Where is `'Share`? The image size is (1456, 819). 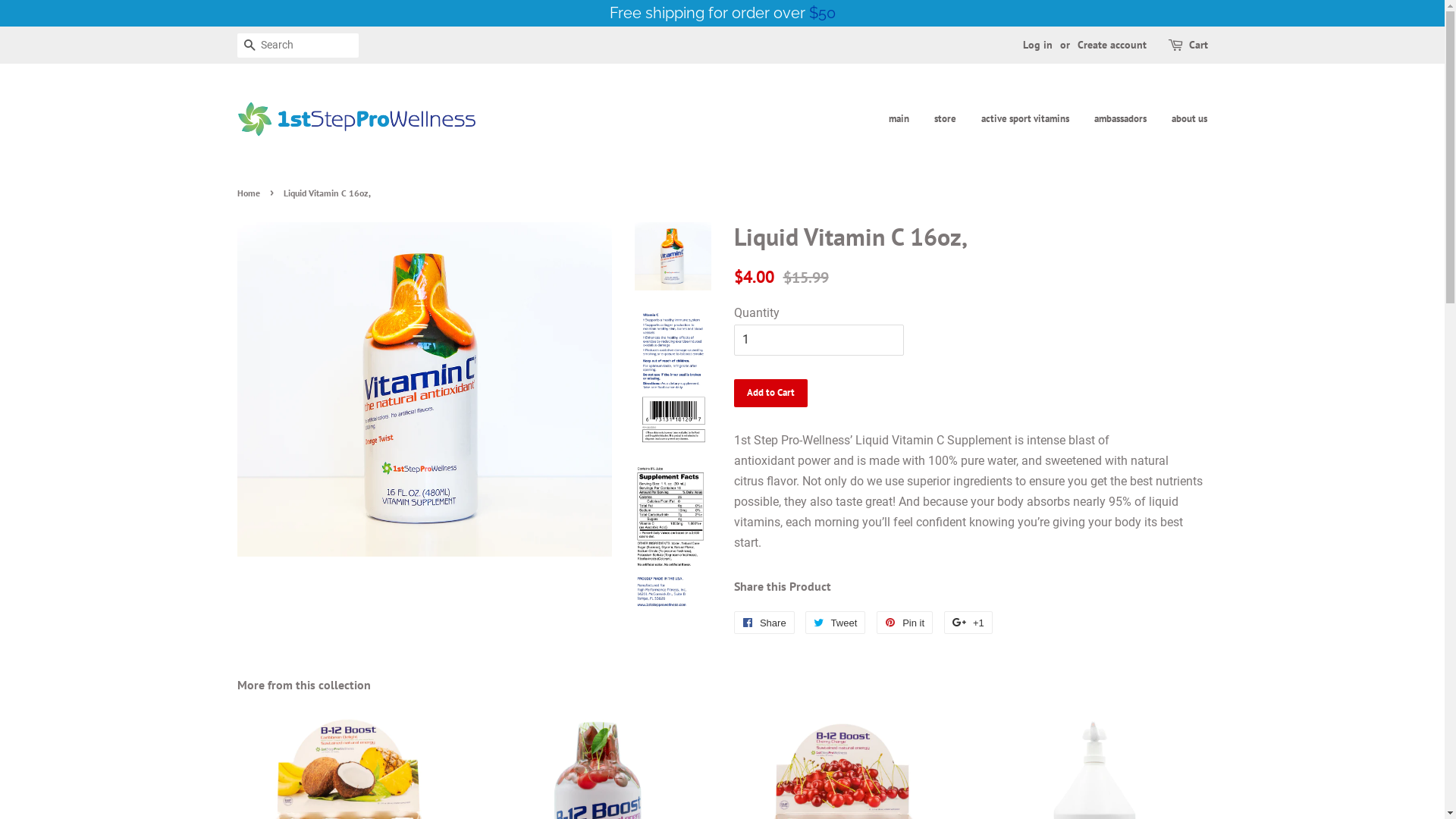
'Share is located at coordinates (764, 623).